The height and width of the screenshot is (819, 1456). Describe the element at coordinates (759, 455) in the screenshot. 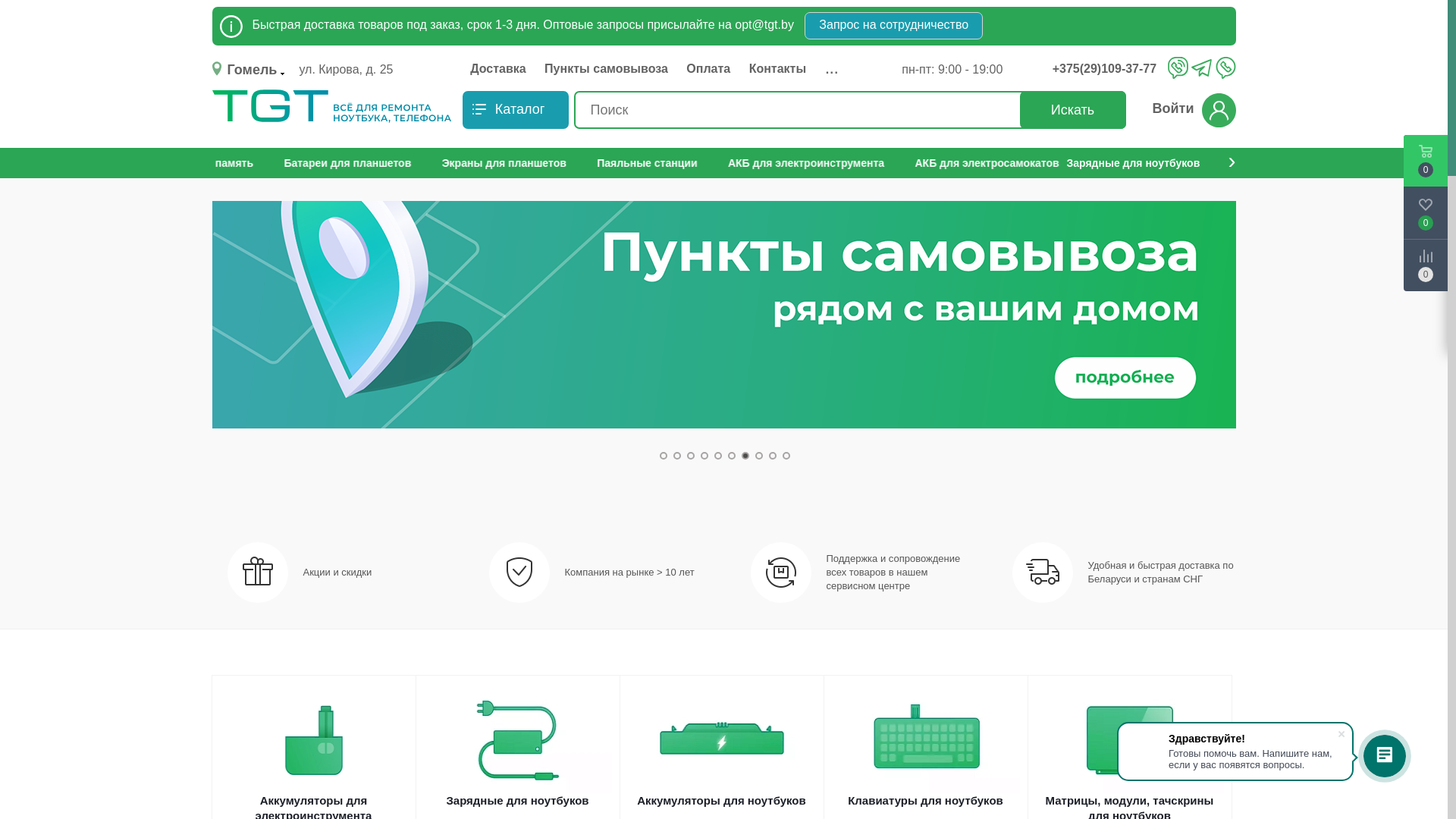

I see `'8'` at that location.